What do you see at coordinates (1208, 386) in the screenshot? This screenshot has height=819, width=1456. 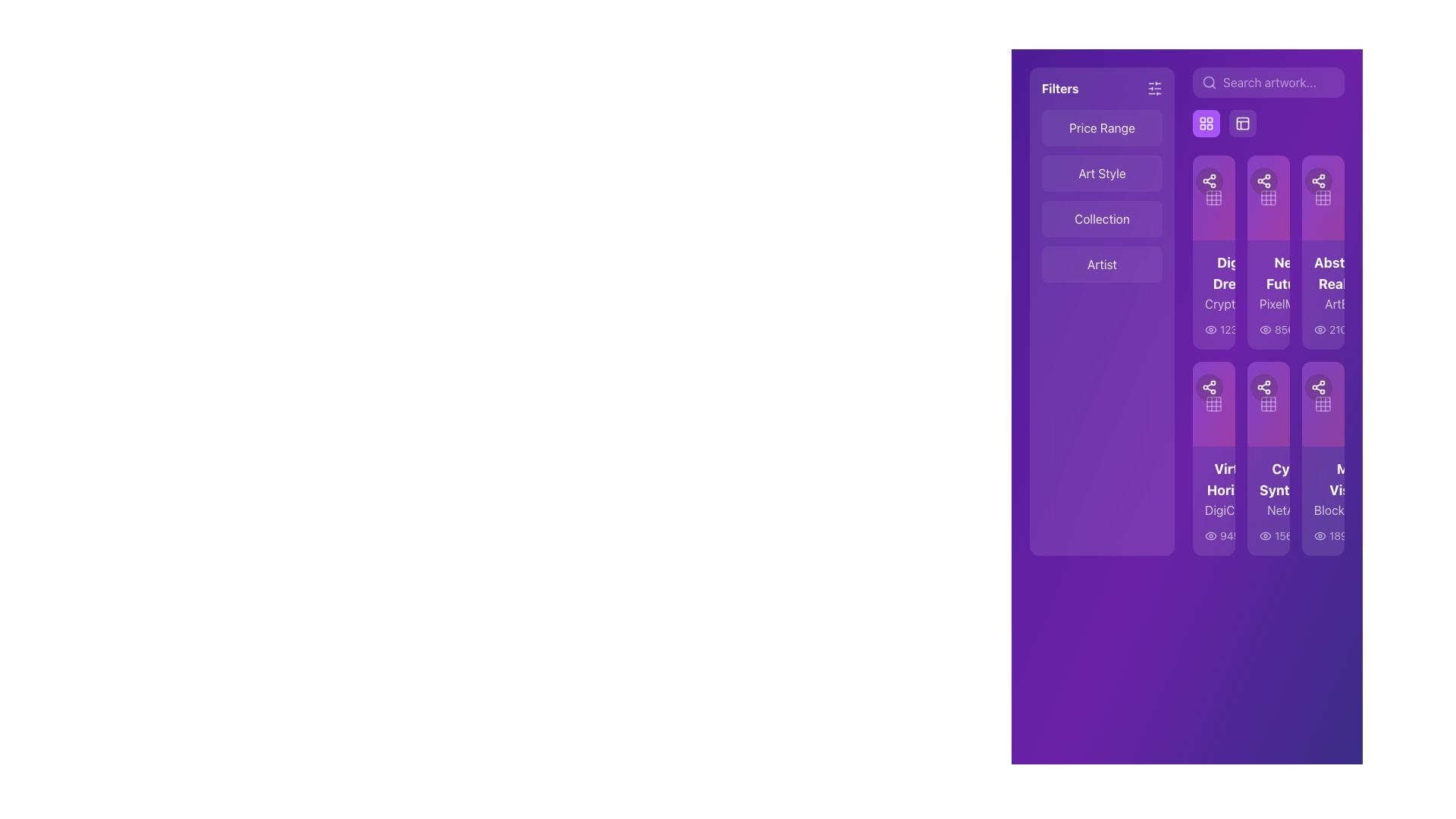 I see `the share icon button located in the second row, first column of the grid layout, below the header` at bounding box center [1208, 386].